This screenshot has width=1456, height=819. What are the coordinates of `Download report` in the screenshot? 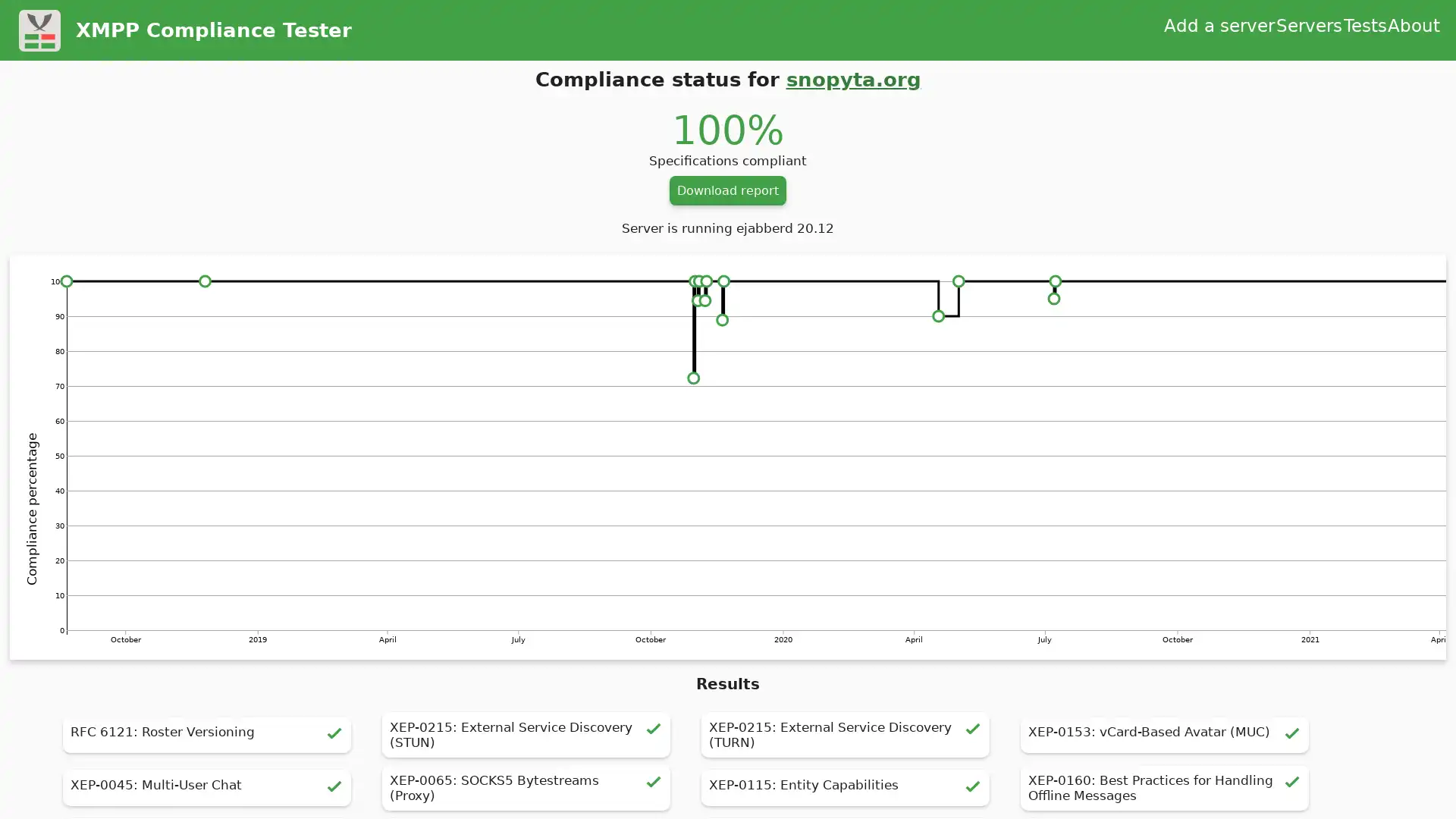 It's located at (728, 189).